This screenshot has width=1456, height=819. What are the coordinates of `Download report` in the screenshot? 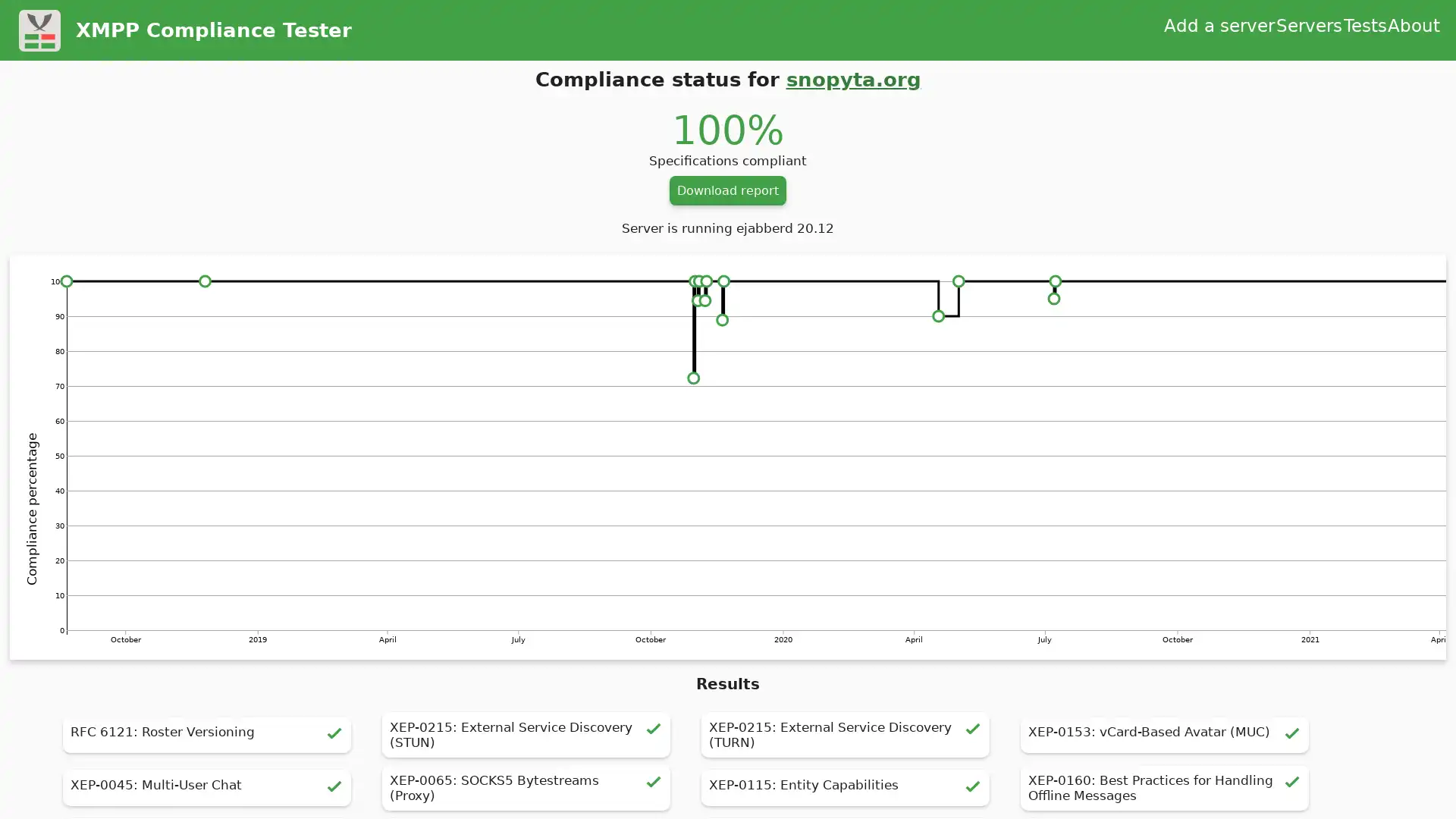 It's located at (728, 189).